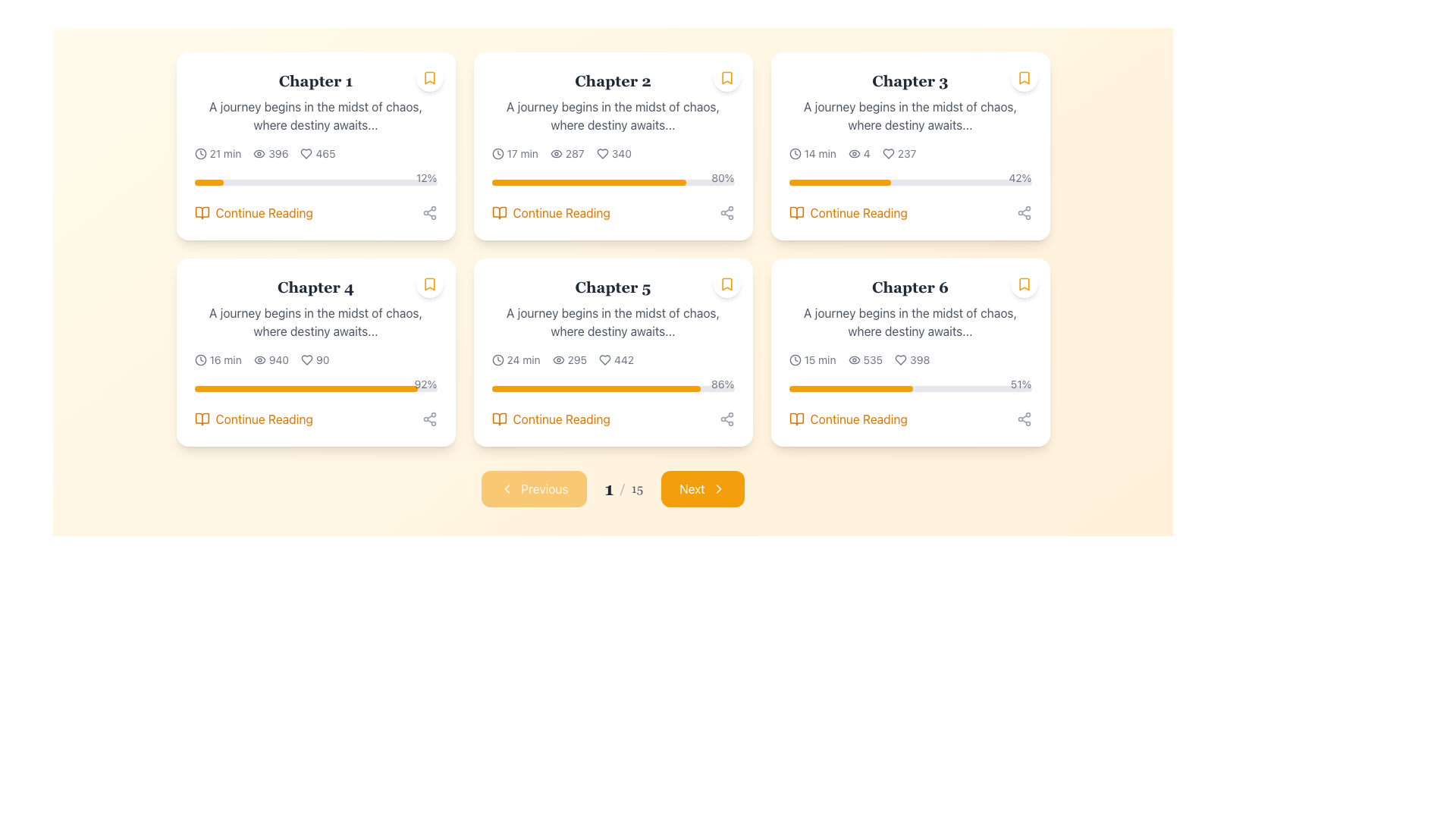 The width and height of the screenshot is (1456, 819). Describe the element at coordinates (795, 419) in the screenshot. I see `the decorative book graphic in the right-top corner of the interface, aligned with the bookmark icon in the card labeled 'Chapter 6'` at that location.